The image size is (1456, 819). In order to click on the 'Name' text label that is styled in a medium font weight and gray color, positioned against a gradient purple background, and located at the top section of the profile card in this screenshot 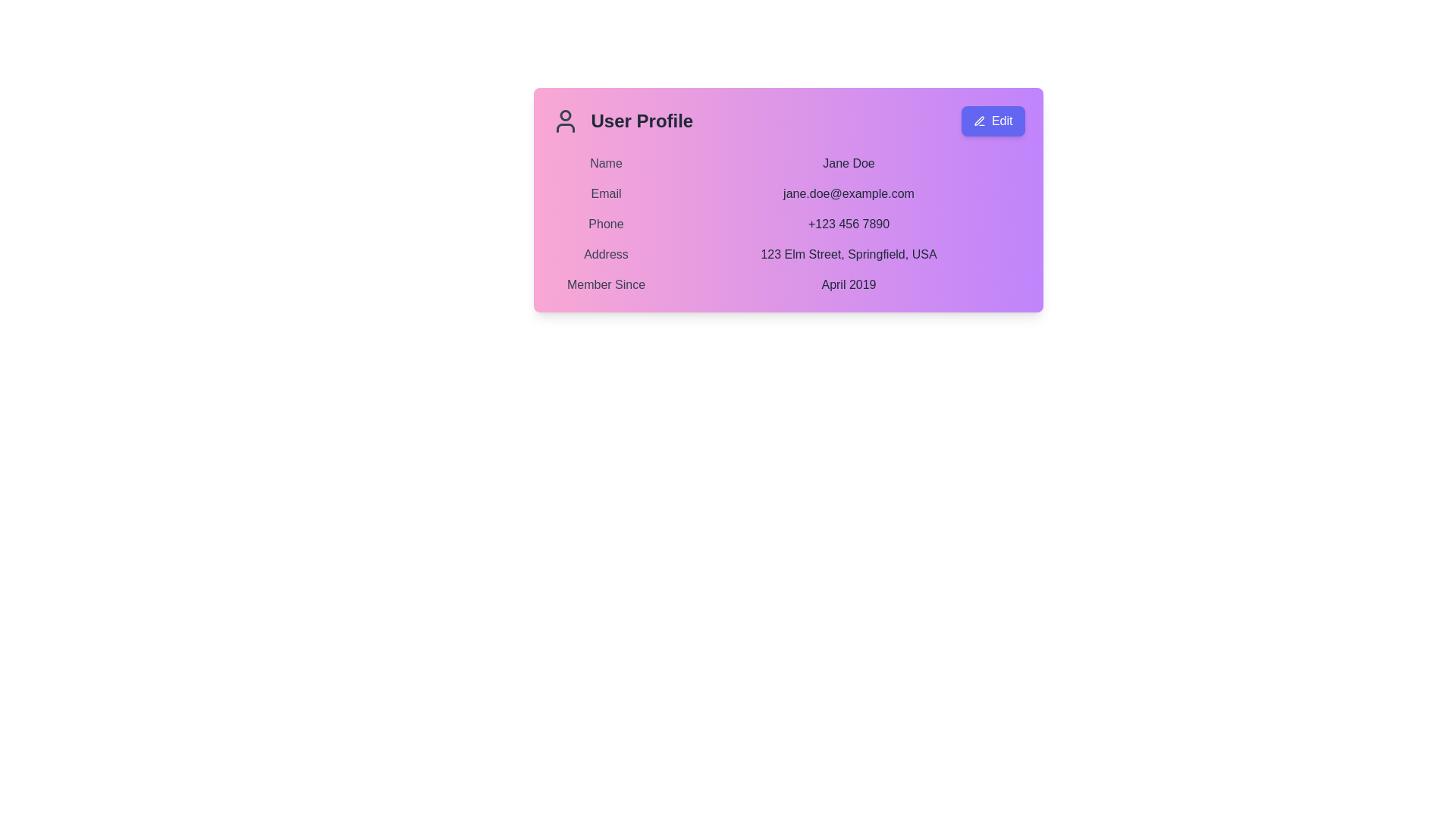, I will do `click(605, 164)`.